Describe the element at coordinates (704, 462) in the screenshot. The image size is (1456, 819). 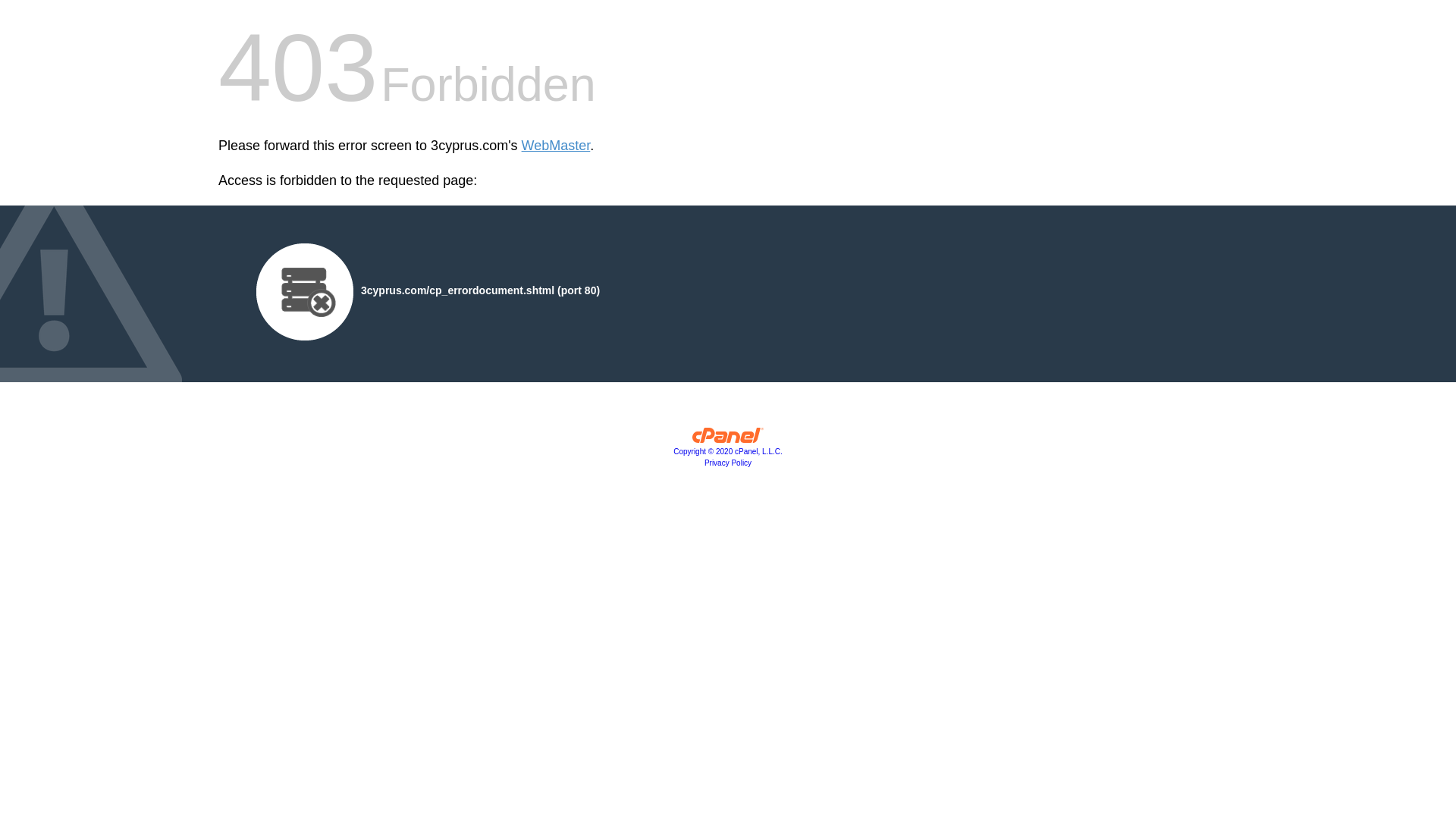
I see `'Privacy Policy'` at that location.